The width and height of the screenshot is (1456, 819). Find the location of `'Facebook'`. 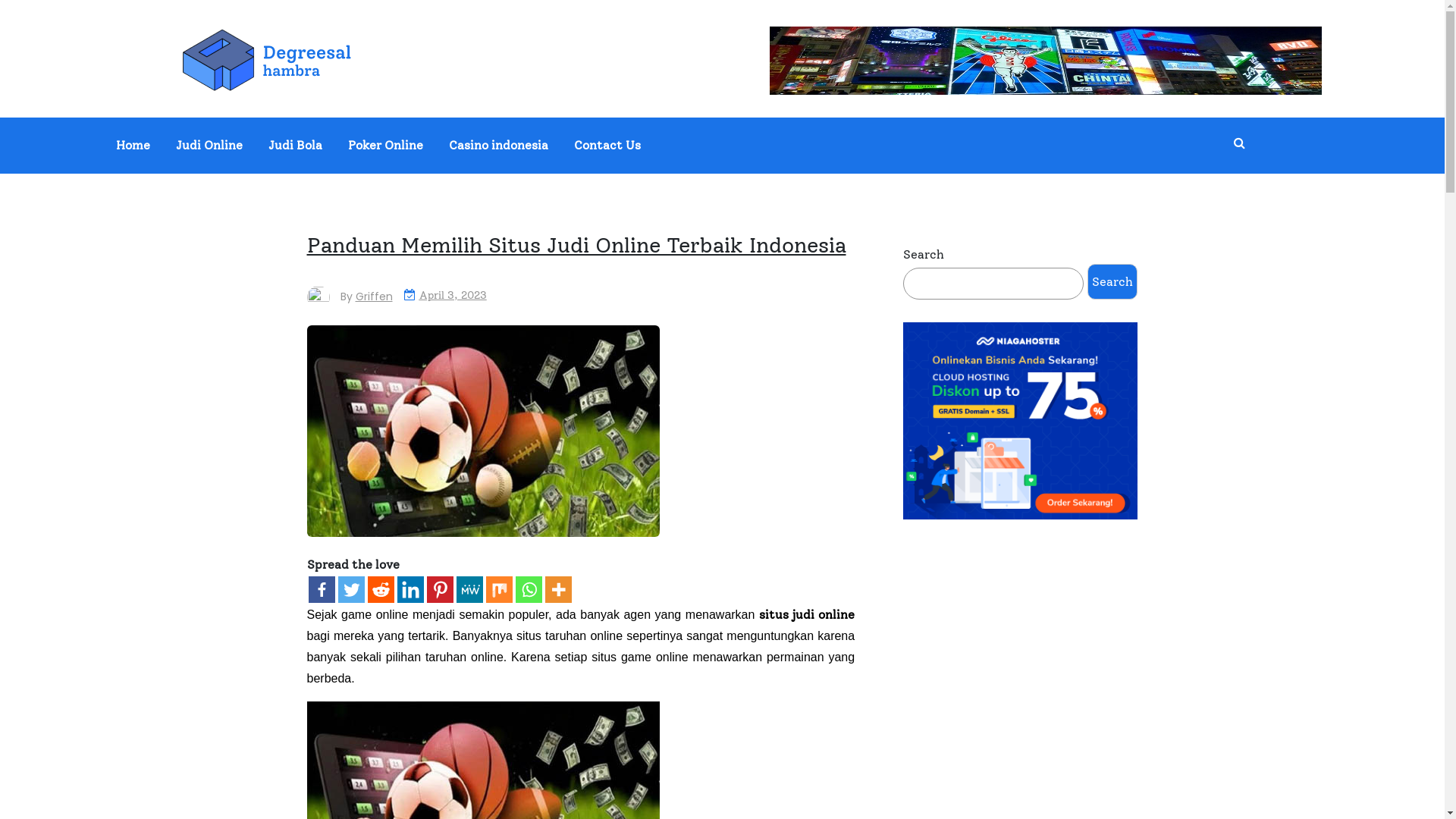

'Facebook' is located at coordinates (307, 588).